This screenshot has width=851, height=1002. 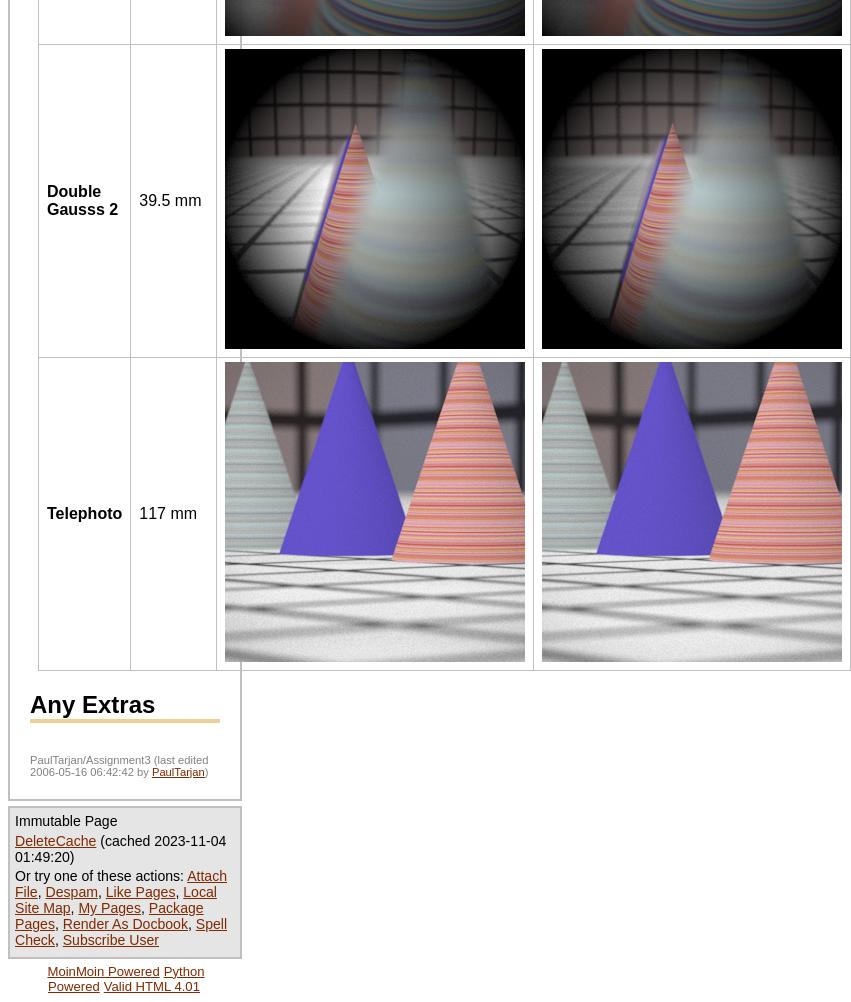 What do you see at coordinates (166, 512) in the screenshot?
I see `'117 mm'` at bounding box center [166, 512].